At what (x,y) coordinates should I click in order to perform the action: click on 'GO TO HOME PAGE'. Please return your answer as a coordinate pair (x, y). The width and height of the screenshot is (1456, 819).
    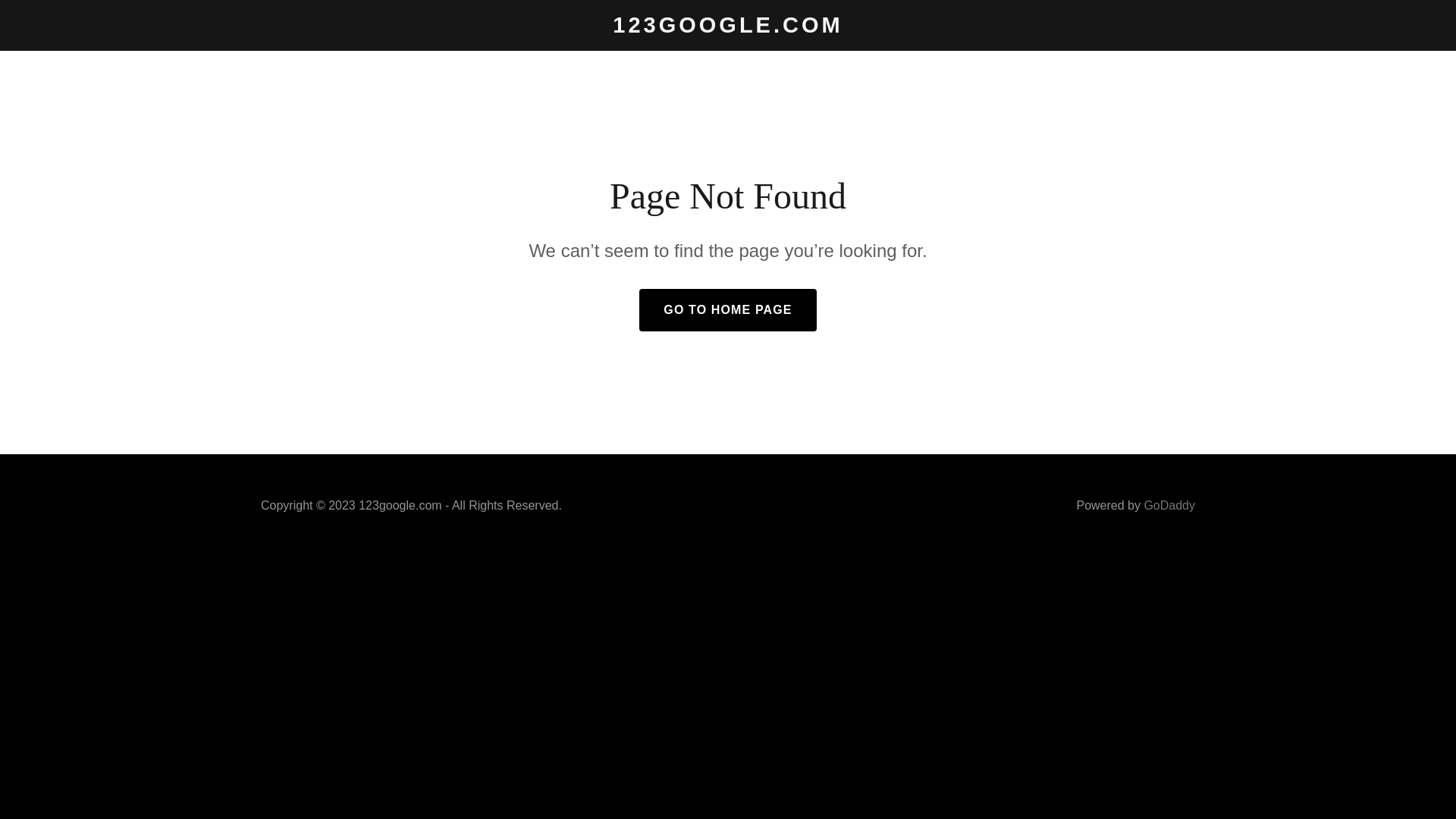
    Looking at the image, I should click on (639, 309).